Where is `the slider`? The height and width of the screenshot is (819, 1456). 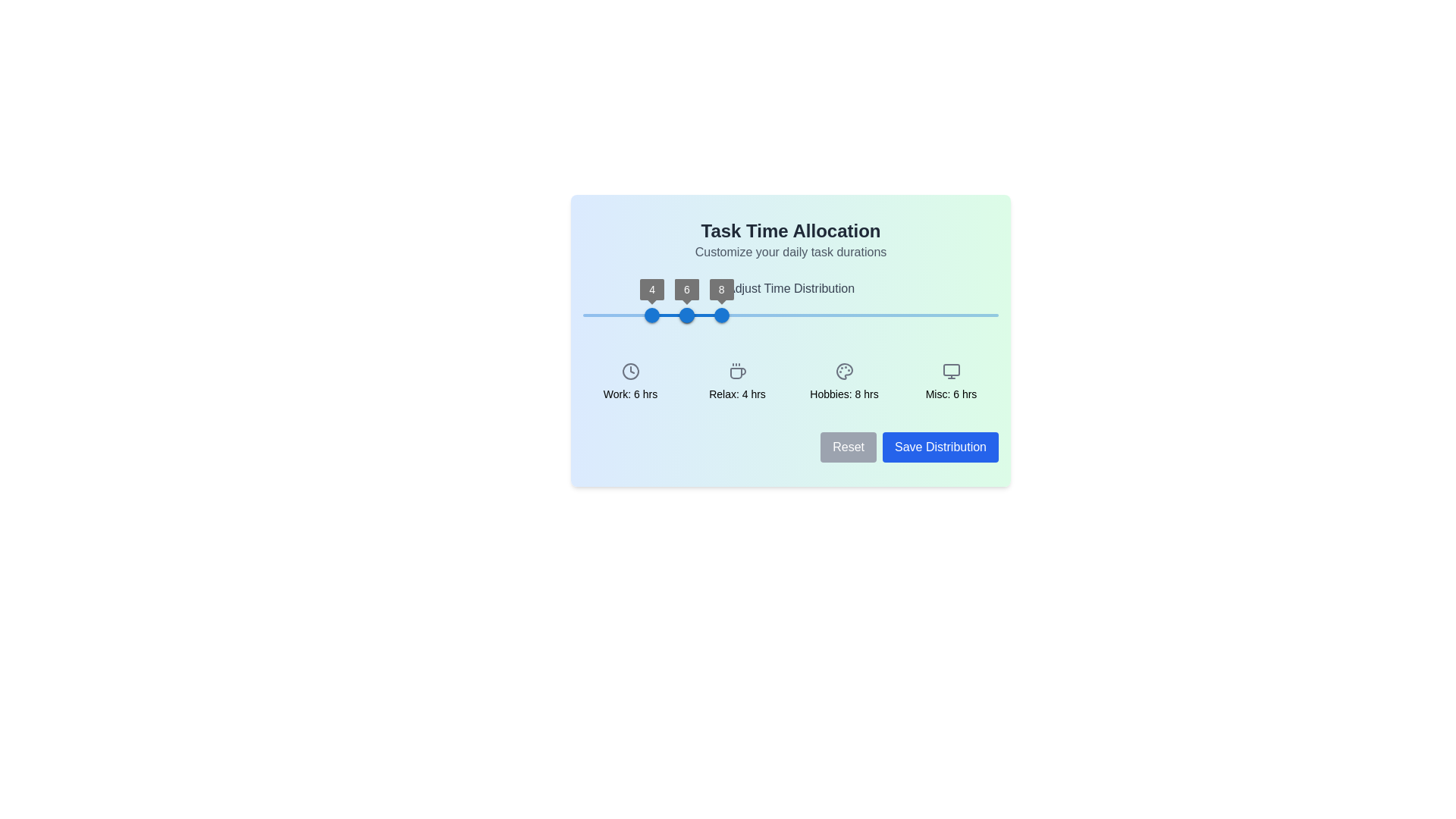 the slider is located at coordinates (701, 315).